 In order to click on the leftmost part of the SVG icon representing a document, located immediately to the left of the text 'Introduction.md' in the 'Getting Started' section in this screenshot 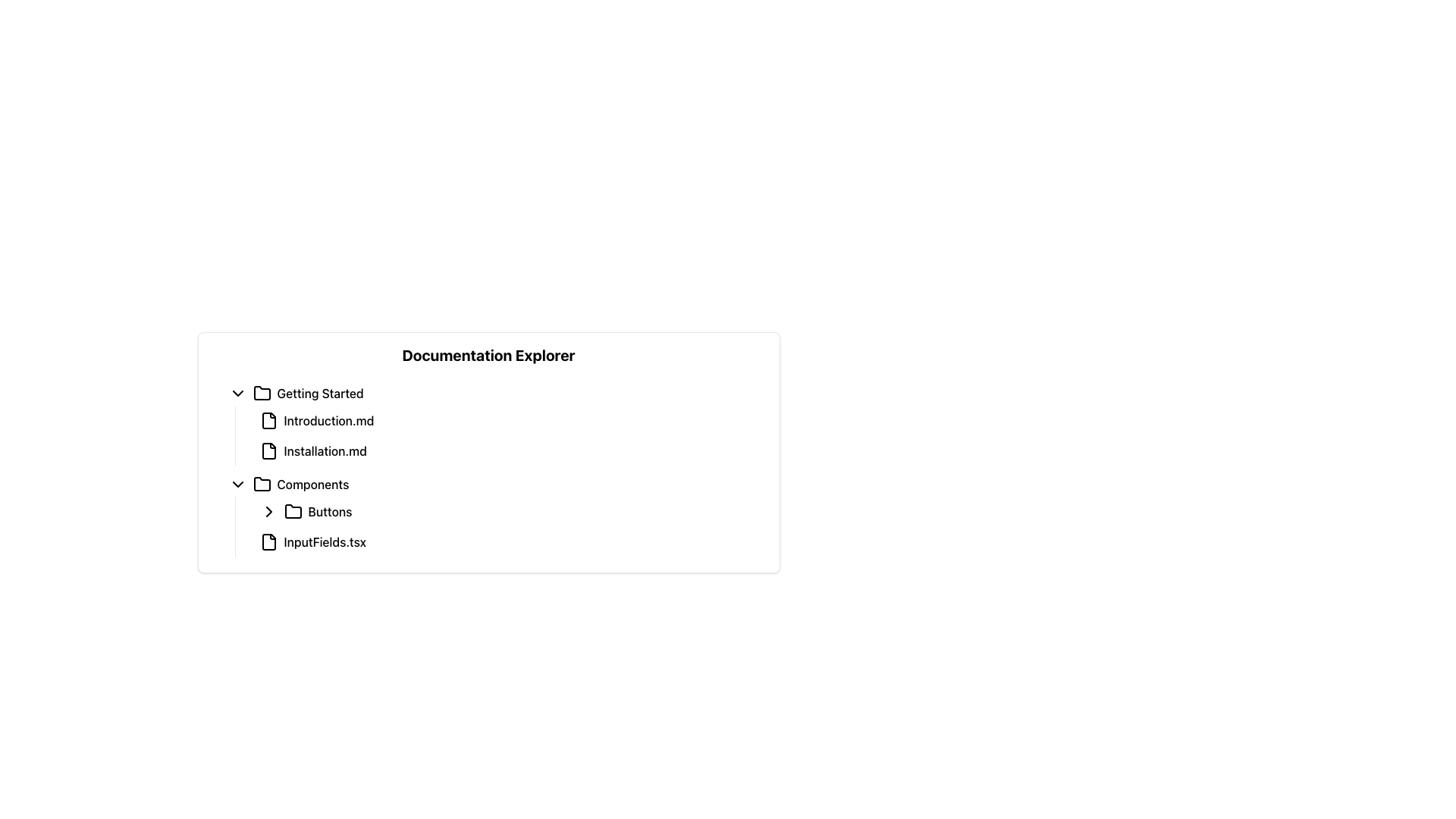, I will do `click(268, 421)`.